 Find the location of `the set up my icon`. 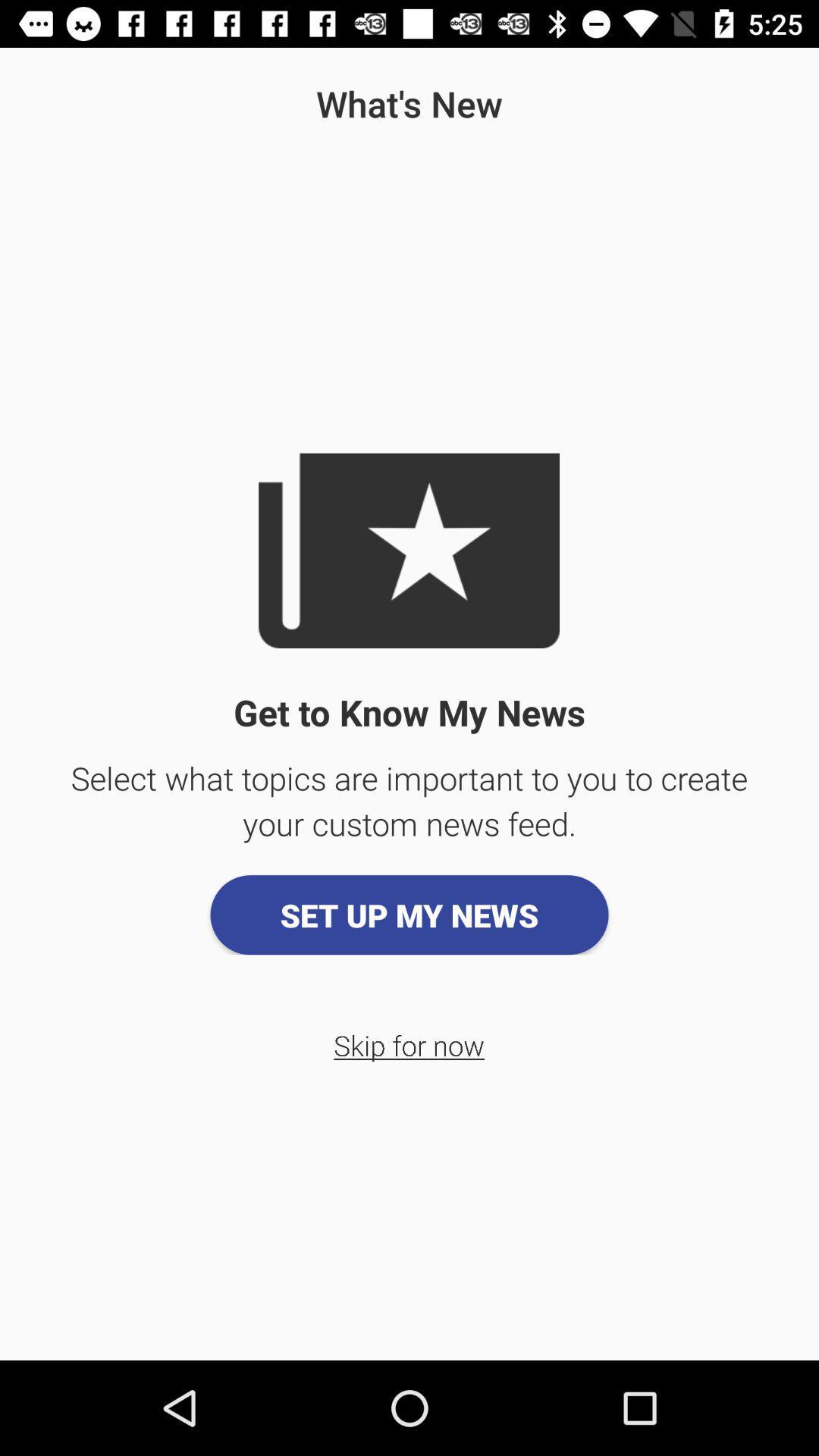

the set up my icon is located at coordinates (409, 914).